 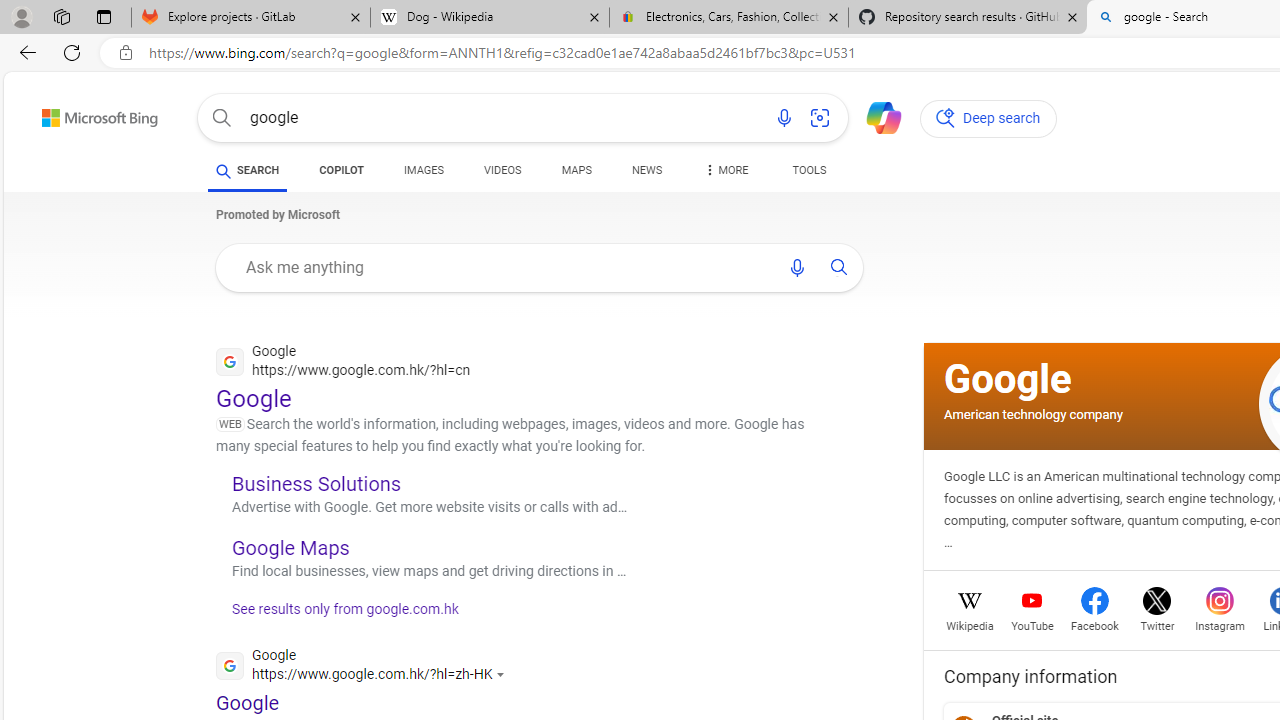 I want to click on 'See results only from google.com.hk', so click(x=337, y=613).